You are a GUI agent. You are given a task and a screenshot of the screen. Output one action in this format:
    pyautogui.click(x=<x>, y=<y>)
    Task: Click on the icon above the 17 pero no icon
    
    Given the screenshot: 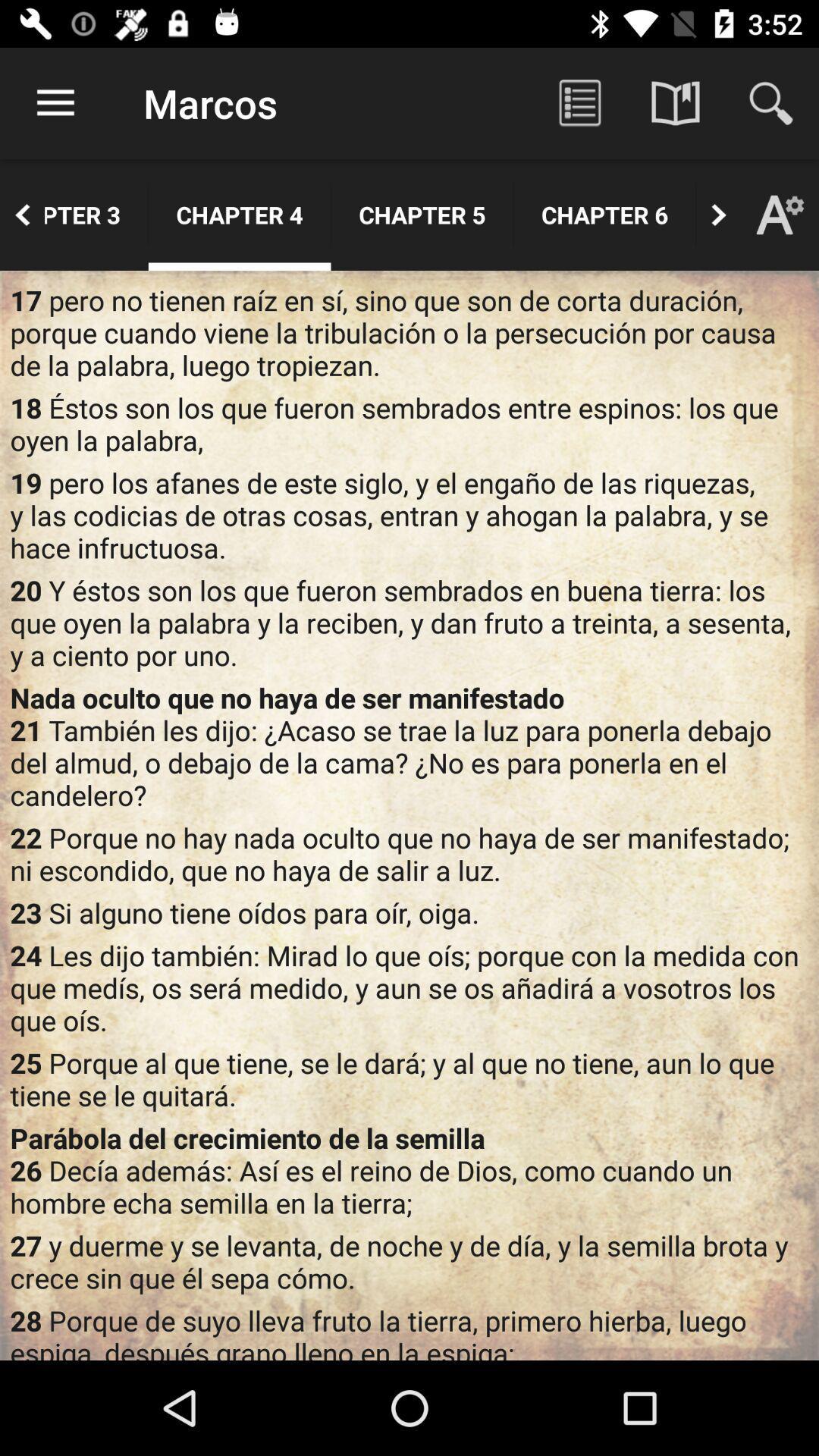 What is the action you would take?
    pyautogui.click(x=696, y=214)
    